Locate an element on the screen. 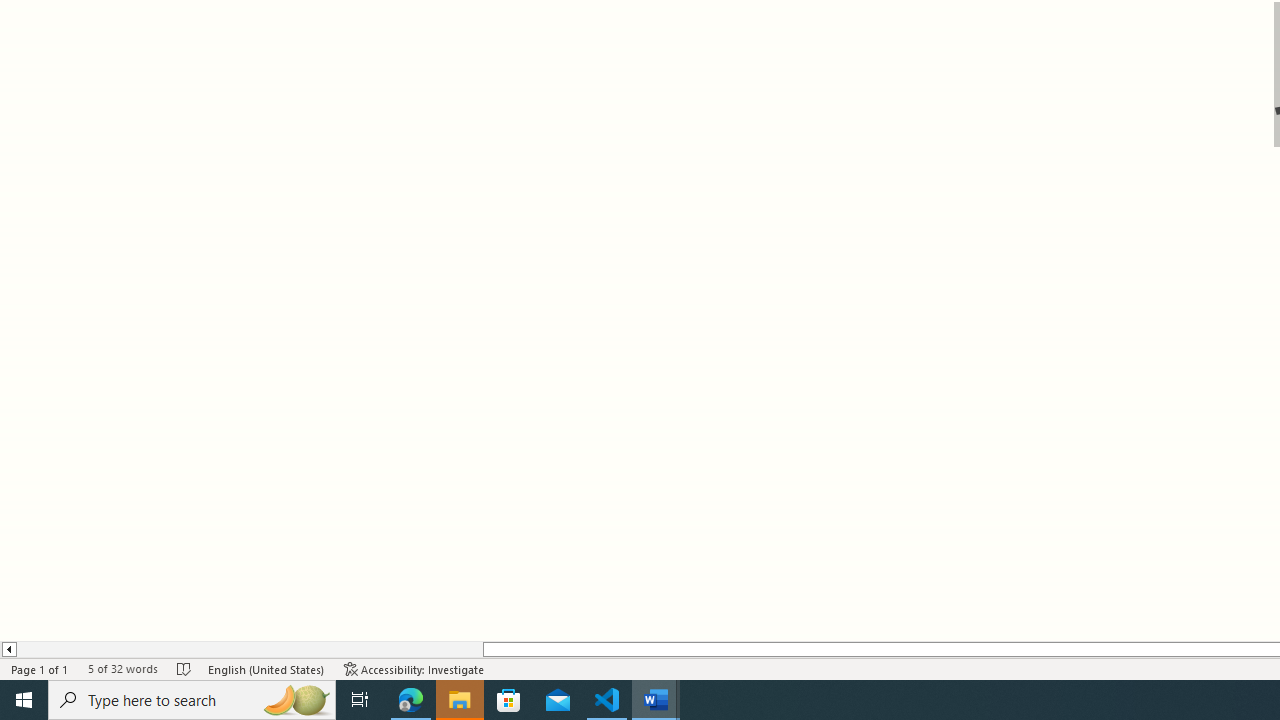  'Spelling and Grammar Check No Errors' is located at coordinates (184, 669).